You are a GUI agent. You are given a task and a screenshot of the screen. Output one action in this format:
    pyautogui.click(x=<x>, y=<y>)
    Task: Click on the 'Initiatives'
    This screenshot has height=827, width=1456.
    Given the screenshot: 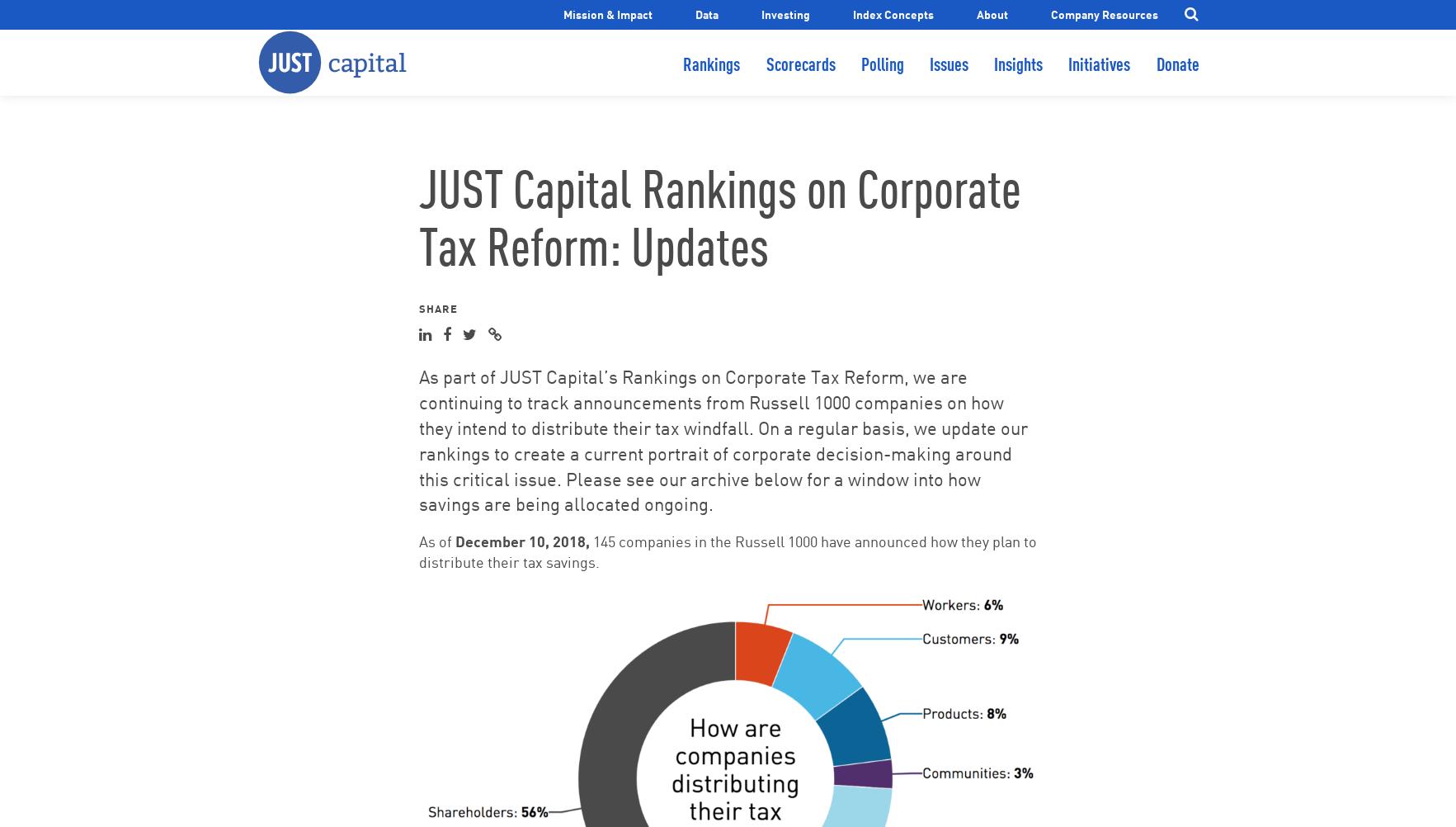 What is the action you would take?
    pyautogui.click(x=1067, y=78)
    